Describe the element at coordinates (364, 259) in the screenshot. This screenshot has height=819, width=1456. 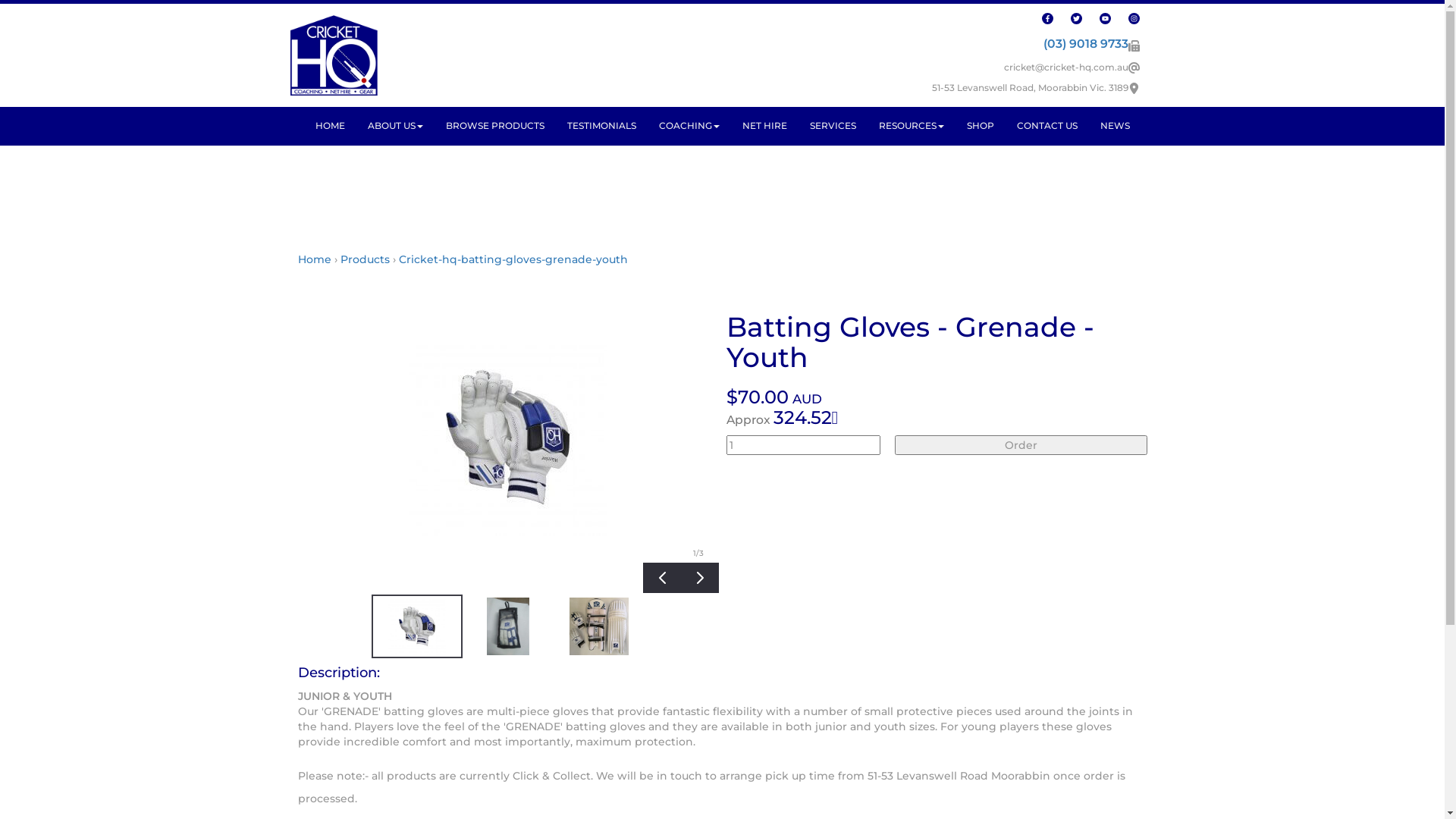
I see `'Products'` at that location.